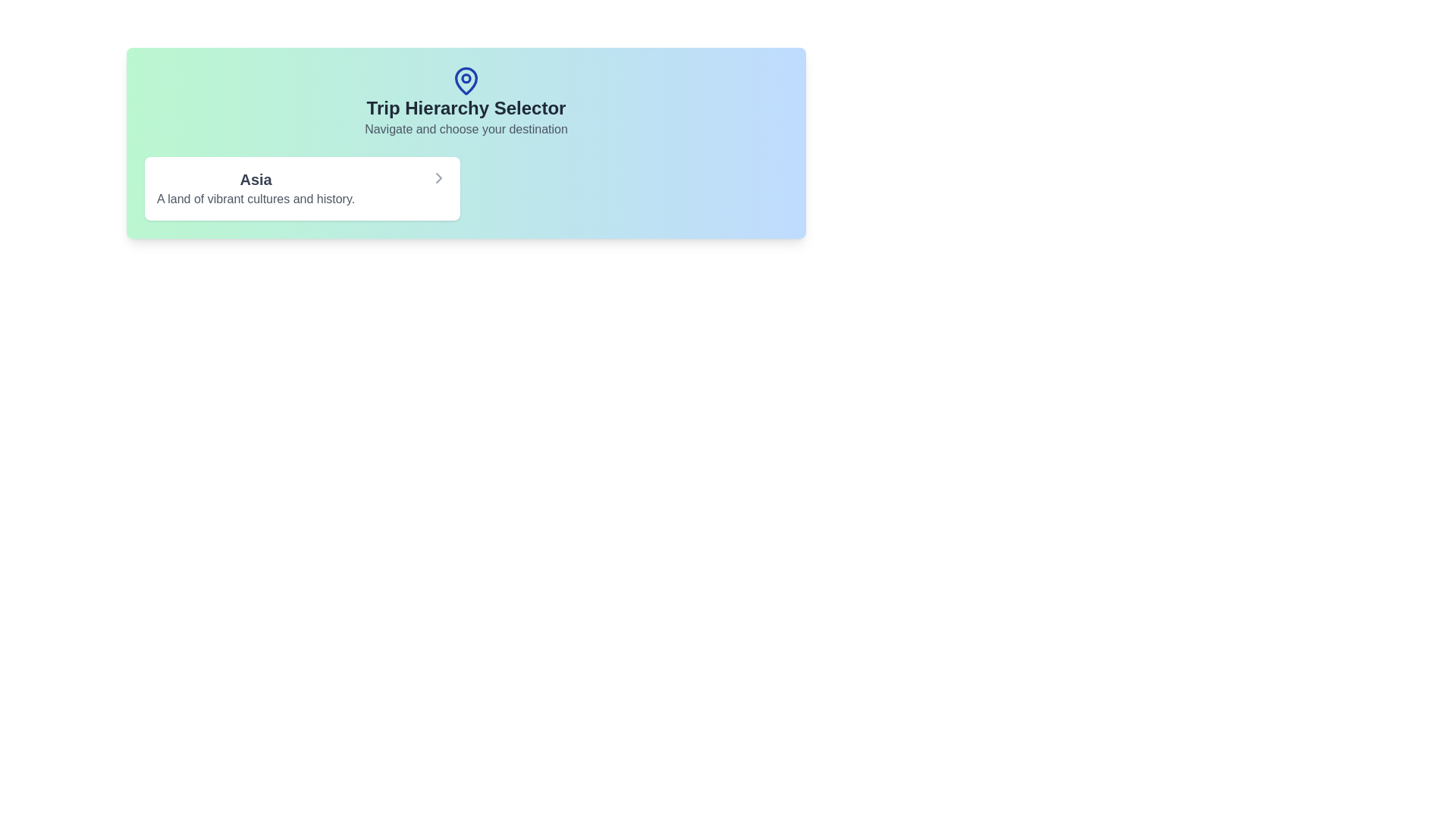 The width and height of the screenshot is (1456, 819). Describe the element at coordinates (465, 80) in the screenshot. I see `the decorative location/travel icon located above the 'Trip Hierarchy Selector' text in the header section` at that location.